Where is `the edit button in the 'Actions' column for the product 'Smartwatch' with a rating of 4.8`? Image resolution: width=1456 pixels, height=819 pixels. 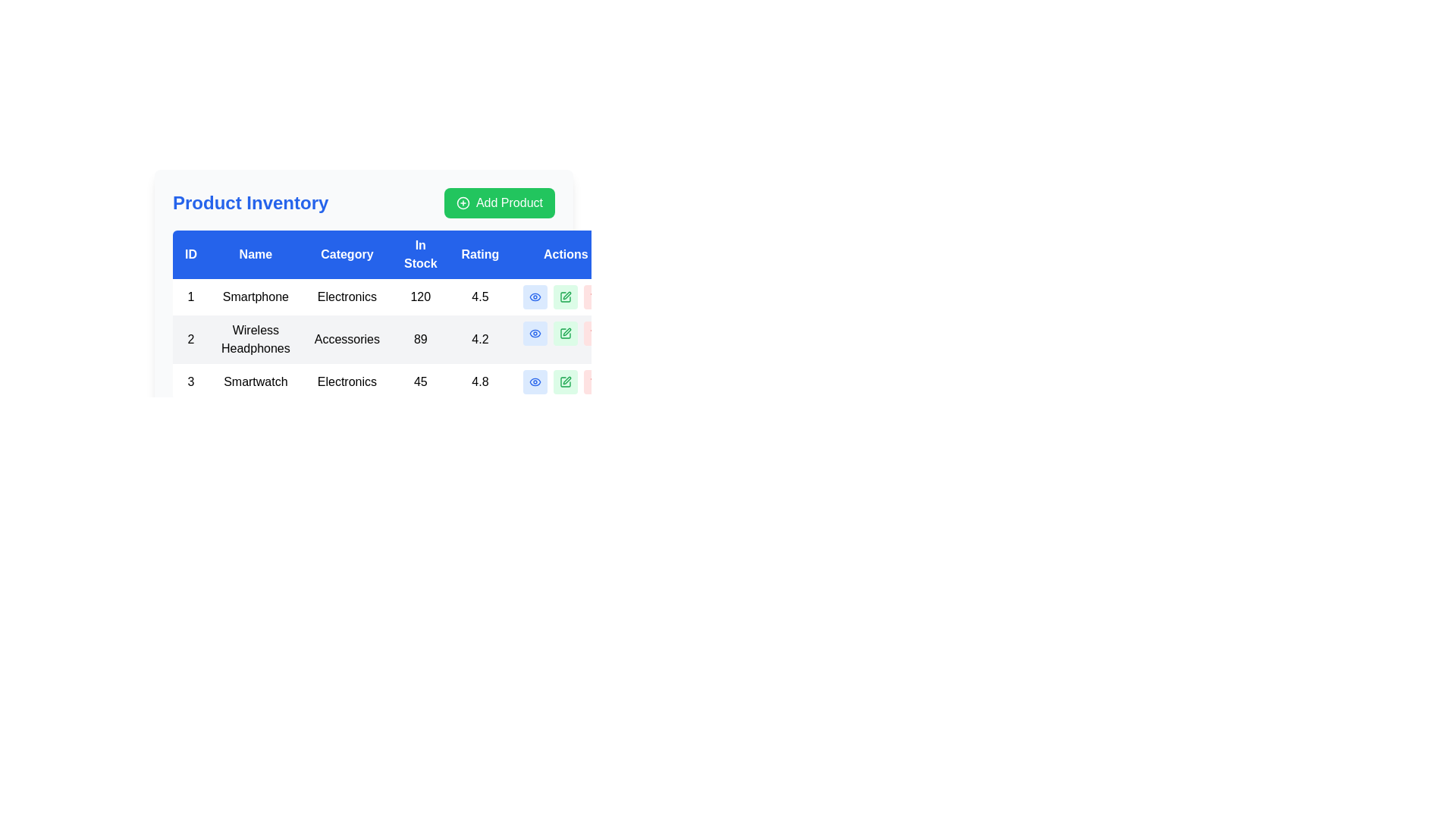 the edit button in the 'Actions' column for the product 'Smartwatch' with a rating of 4.8 is located at coordinates (565, 381).